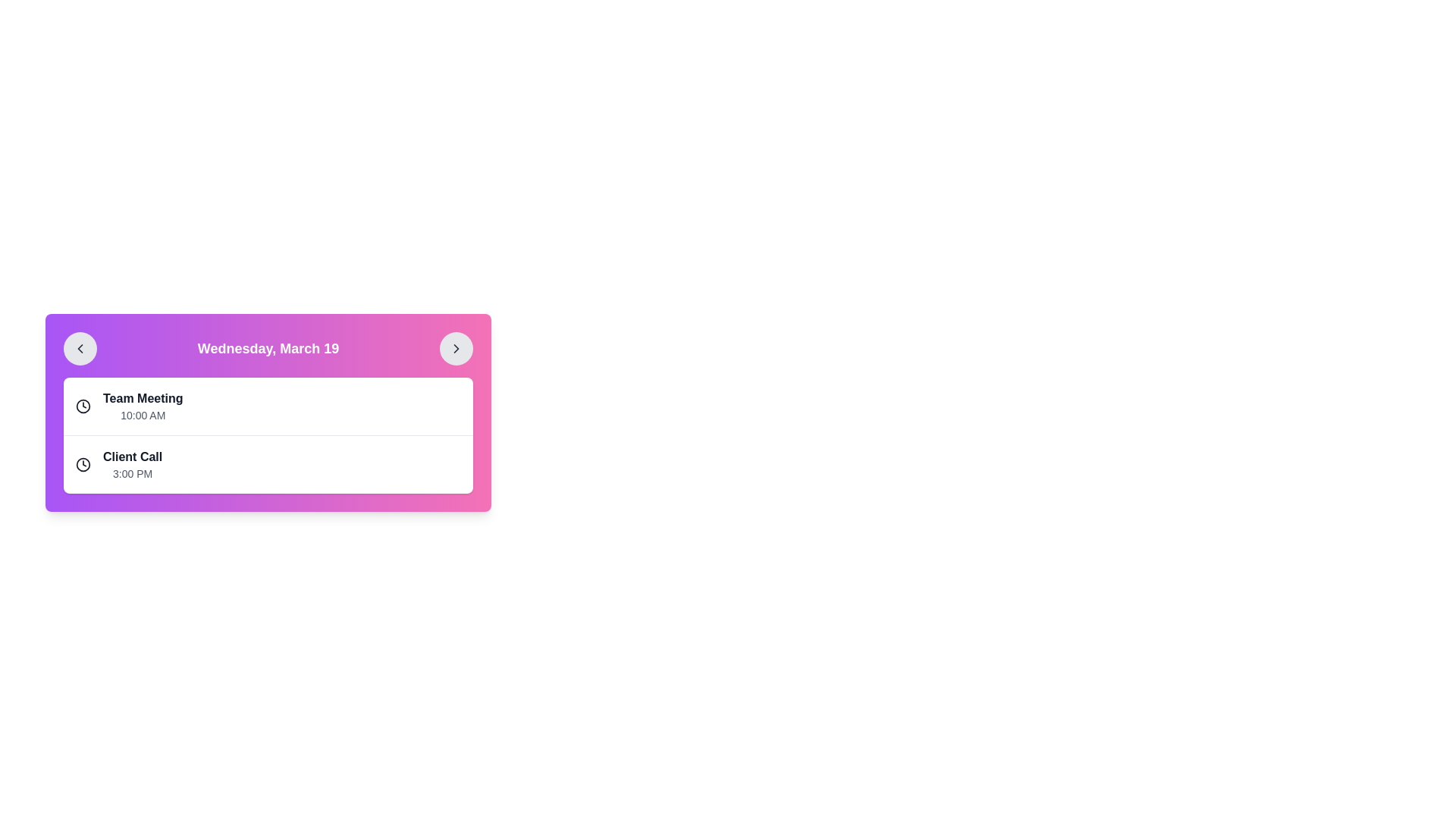  I want to click on the left-pointing arrow SVG icon in the header bar, so click(79, 348).